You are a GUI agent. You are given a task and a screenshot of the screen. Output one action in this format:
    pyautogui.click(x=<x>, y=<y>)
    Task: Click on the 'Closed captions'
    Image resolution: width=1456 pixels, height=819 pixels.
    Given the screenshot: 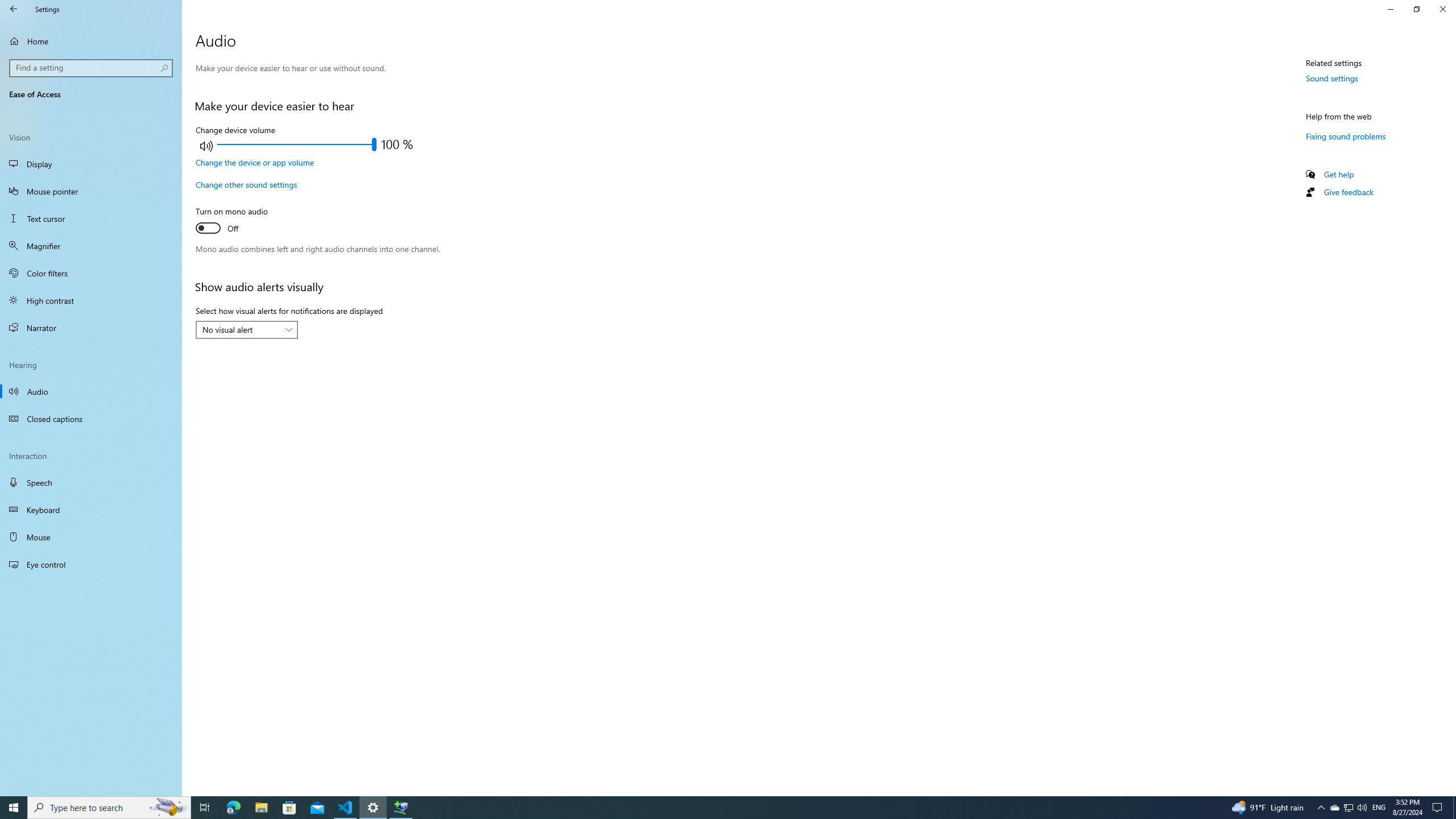 What is the action you would take?
    pyautogui.click(x=90, y=418)
    